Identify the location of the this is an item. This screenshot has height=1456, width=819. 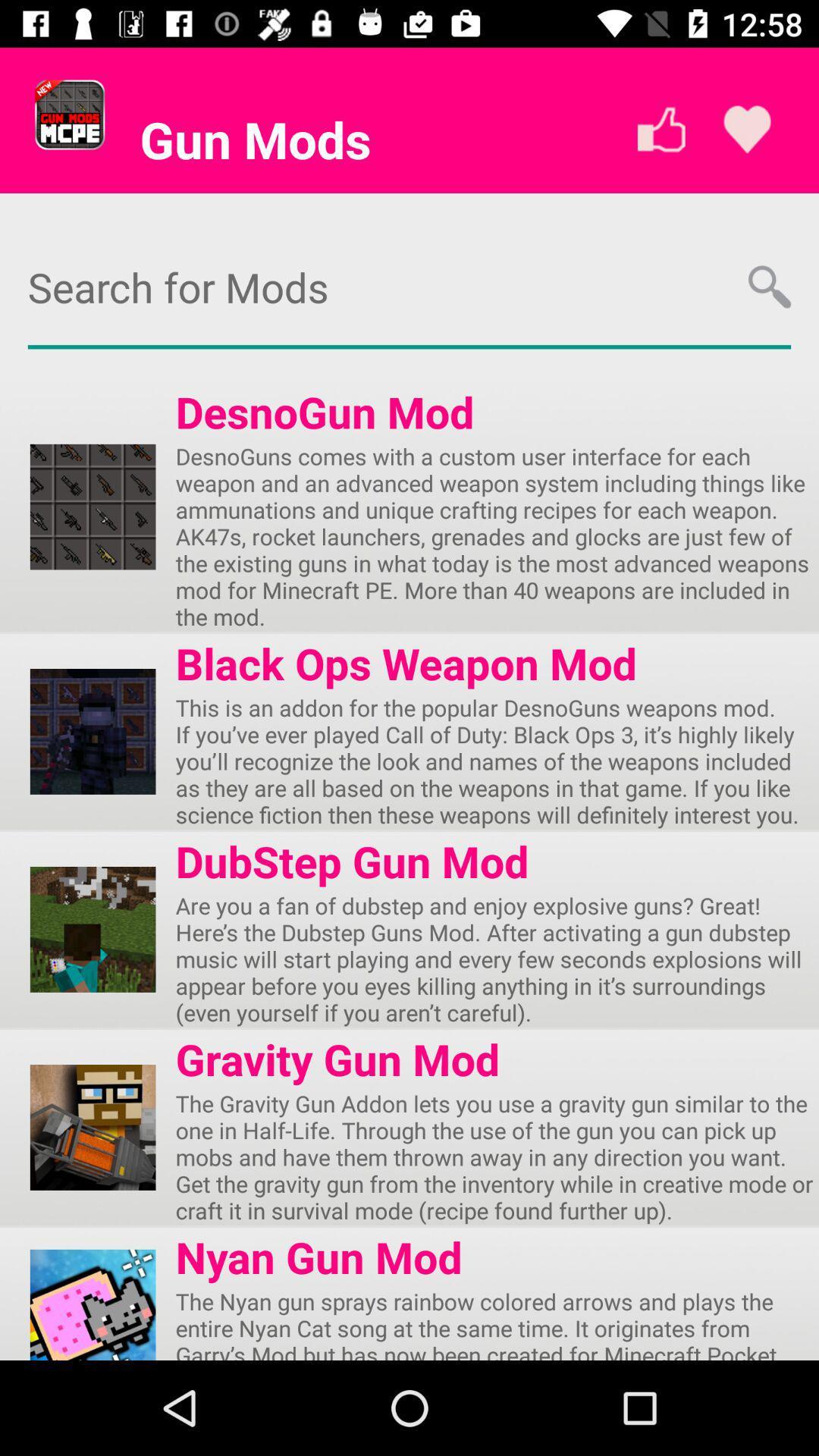
(497, 761).